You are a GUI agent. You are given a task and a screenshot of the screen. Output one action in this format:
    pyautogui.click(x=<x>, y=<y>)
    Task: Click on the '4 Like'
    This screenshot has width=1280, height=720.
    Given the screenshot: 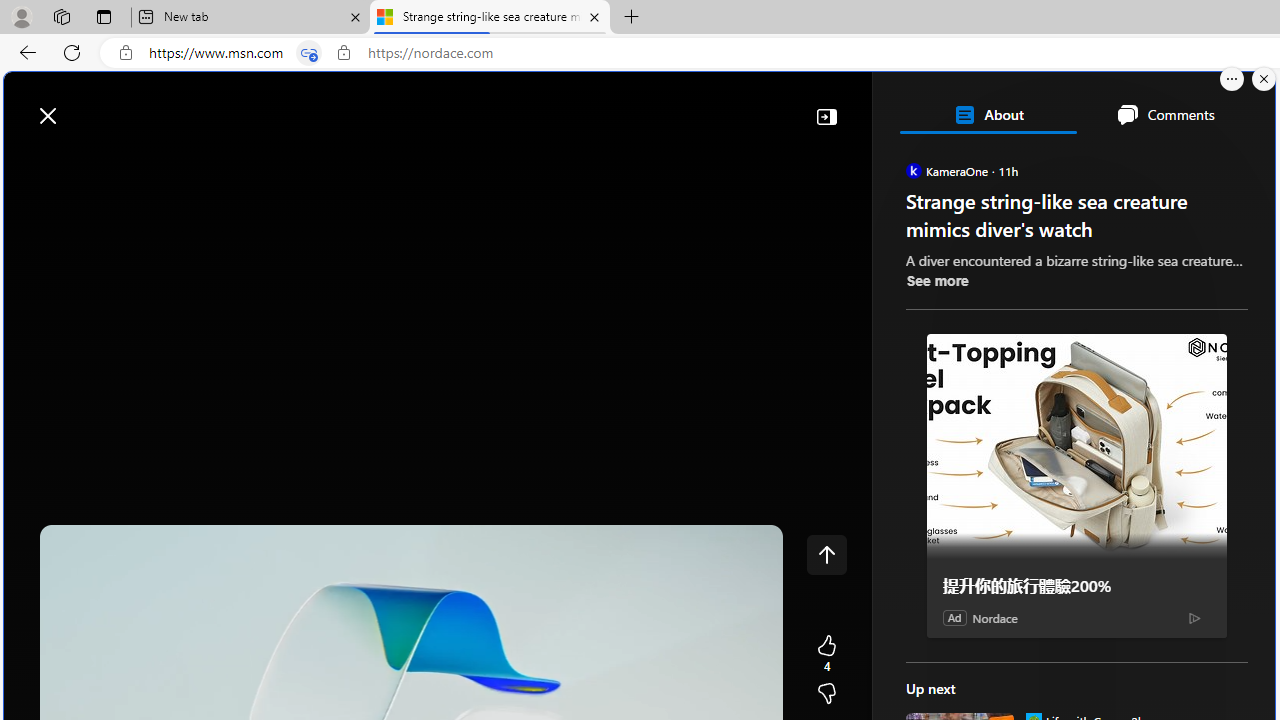 What is the action you would take?
    pyautogui.click(x=826, y=654)
    